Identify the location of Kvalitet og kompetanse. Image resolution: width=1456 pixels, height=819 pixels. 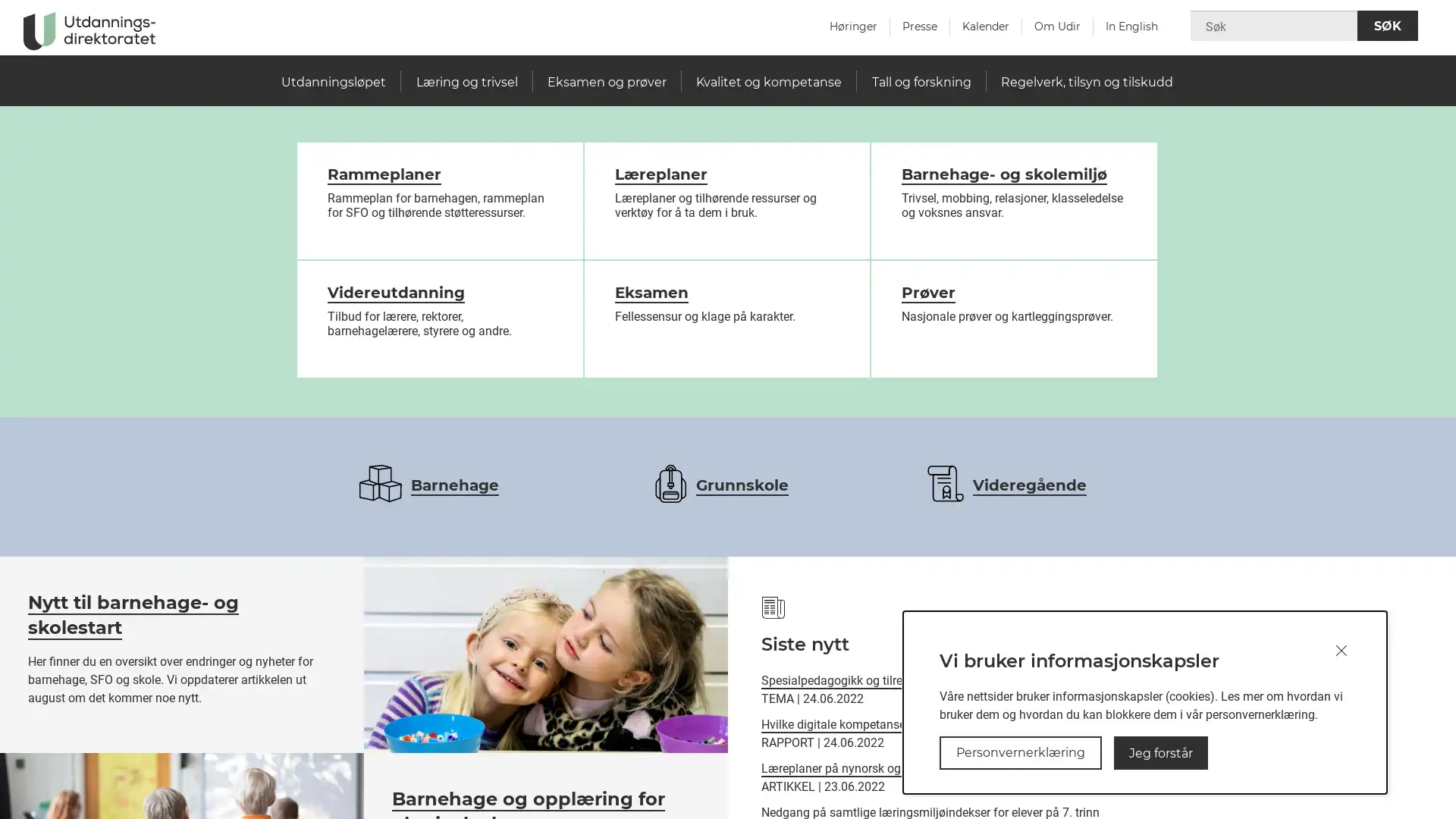
(768, 82).